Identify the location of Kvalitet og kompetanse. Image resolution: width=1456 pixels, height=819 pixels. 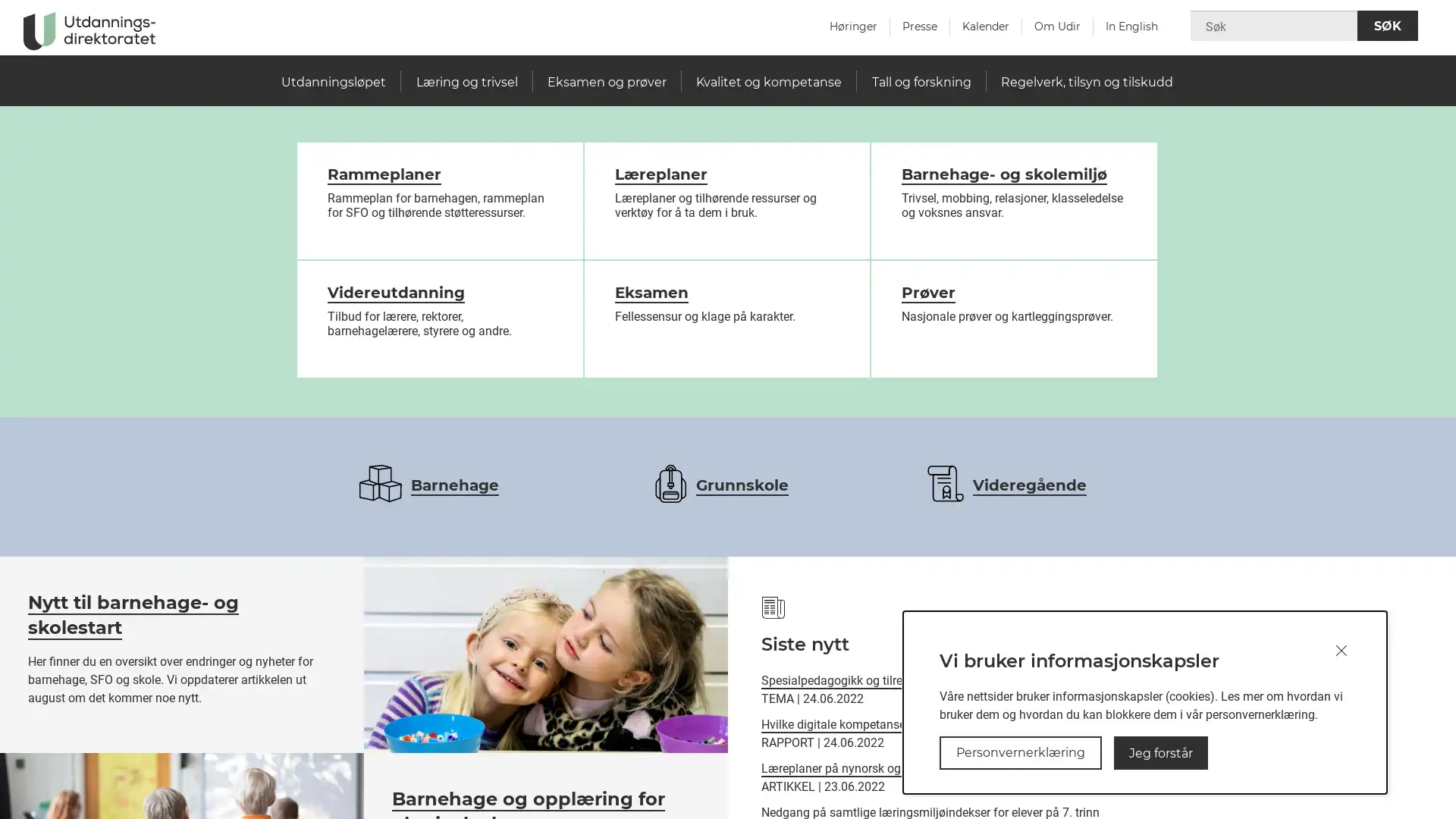
(768, 82).